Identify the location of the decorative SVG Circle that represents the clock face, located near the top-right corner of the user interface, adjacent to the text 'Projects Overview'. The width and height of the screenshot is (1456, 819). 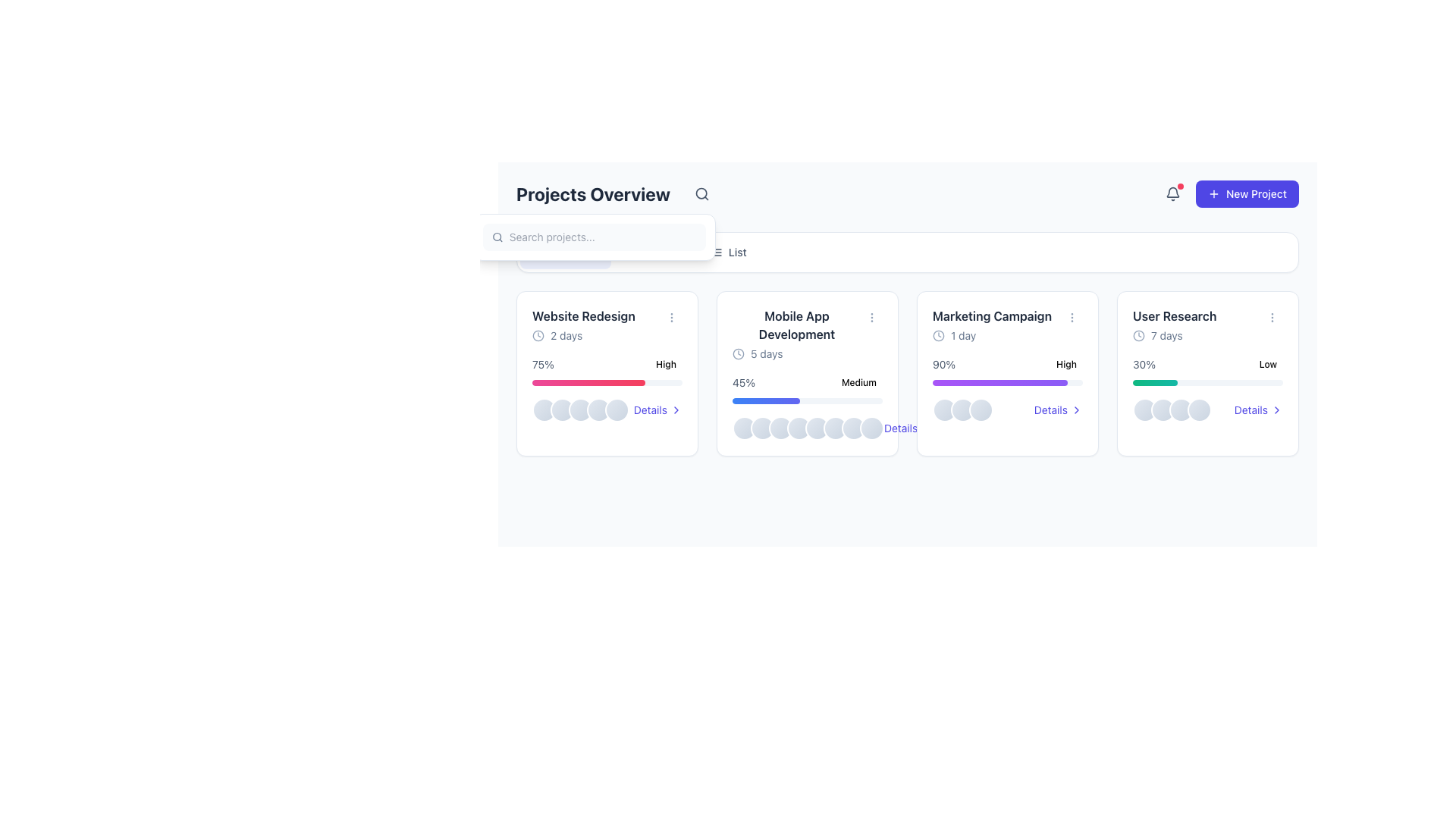
(538, 335).